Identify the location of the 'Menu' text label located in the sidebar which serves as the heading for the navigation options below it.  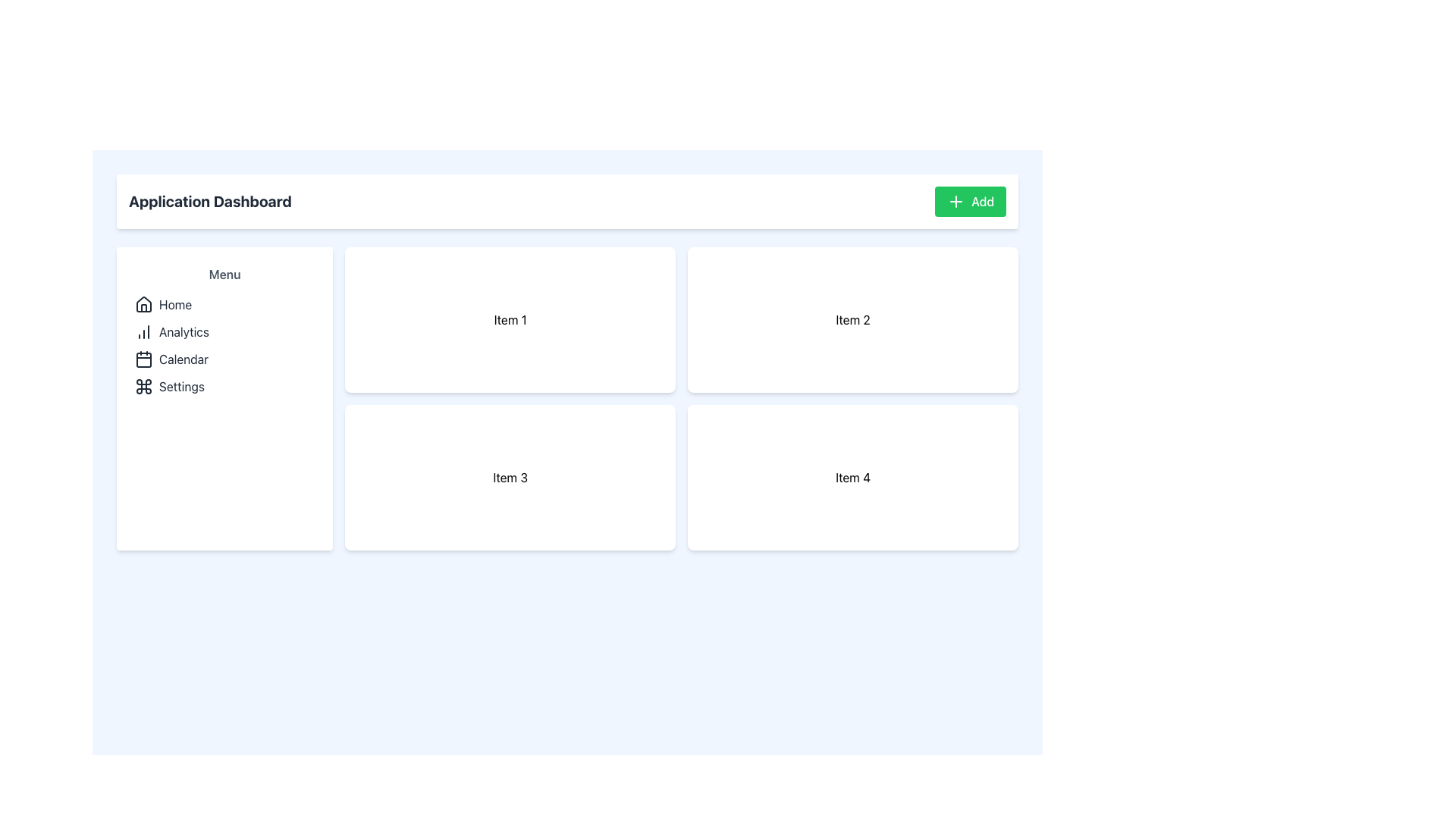
(224, 275).